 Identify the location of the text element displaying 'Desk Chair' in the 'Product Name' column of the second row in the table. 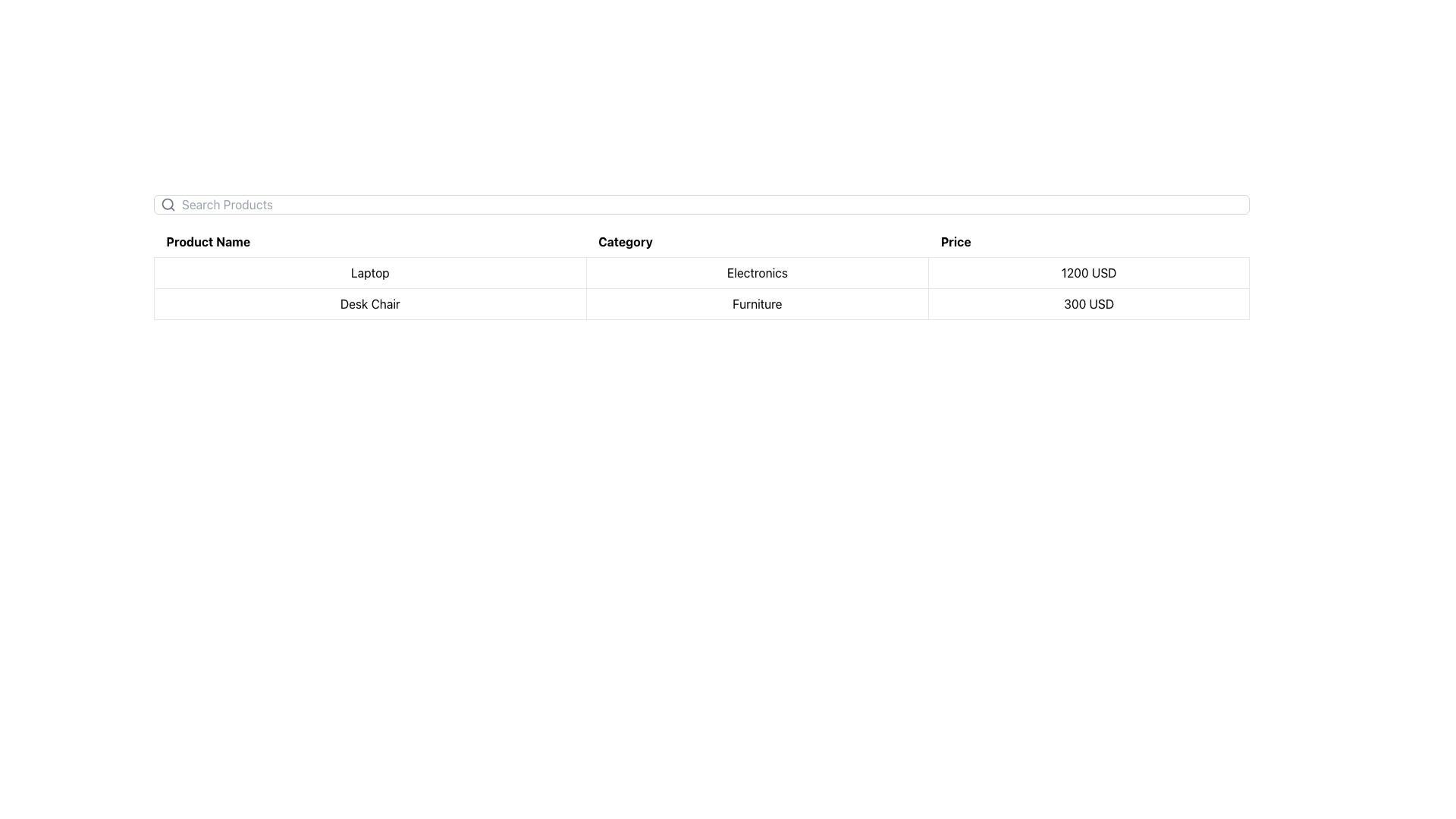
(370, 304).